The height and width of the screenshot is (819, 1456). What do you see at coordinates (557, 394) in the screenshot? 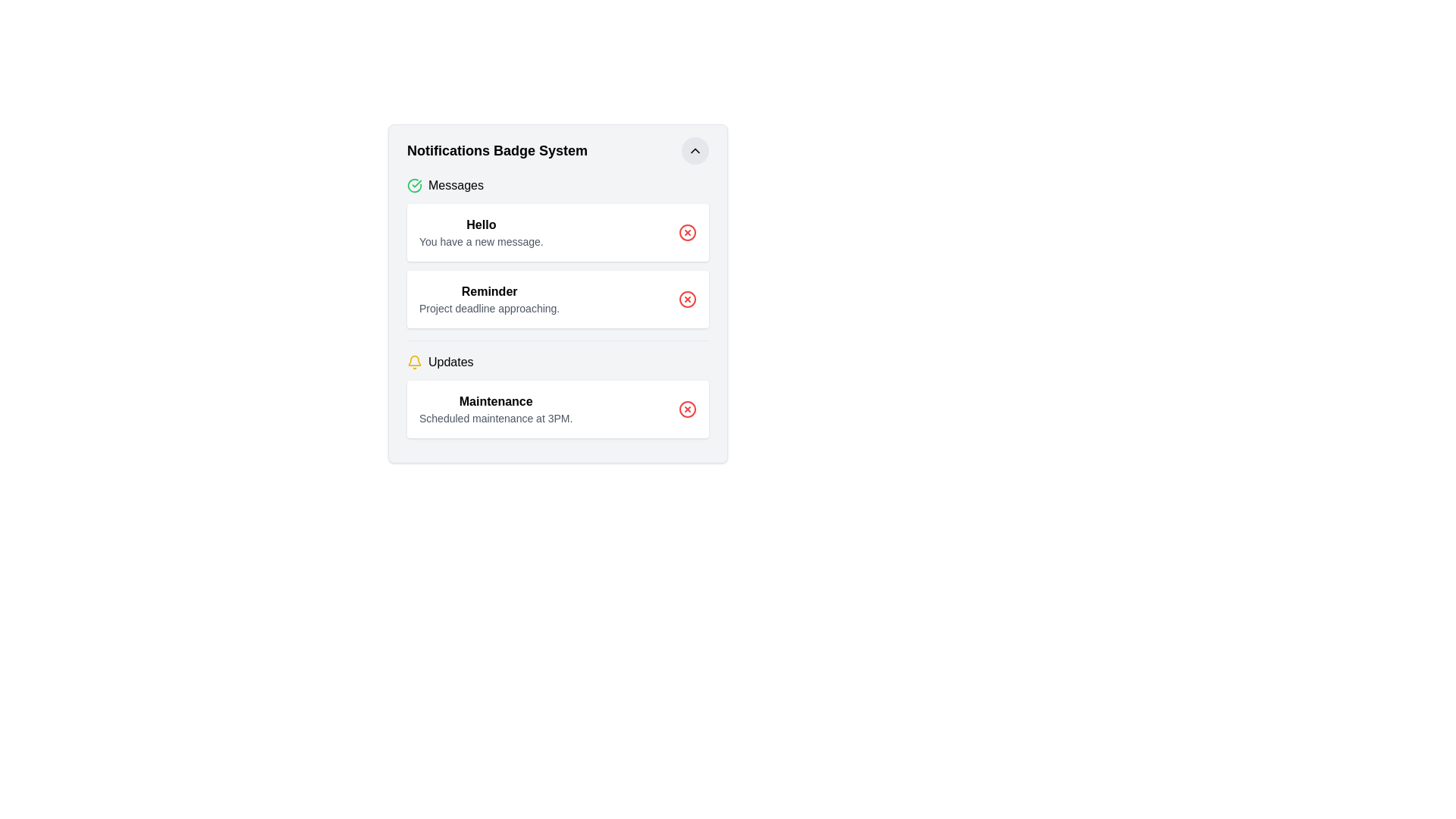
I see `information from the third notification item under the 'Updates' section, which informs about scheduled maintenance` at bounding box center [557, 394].